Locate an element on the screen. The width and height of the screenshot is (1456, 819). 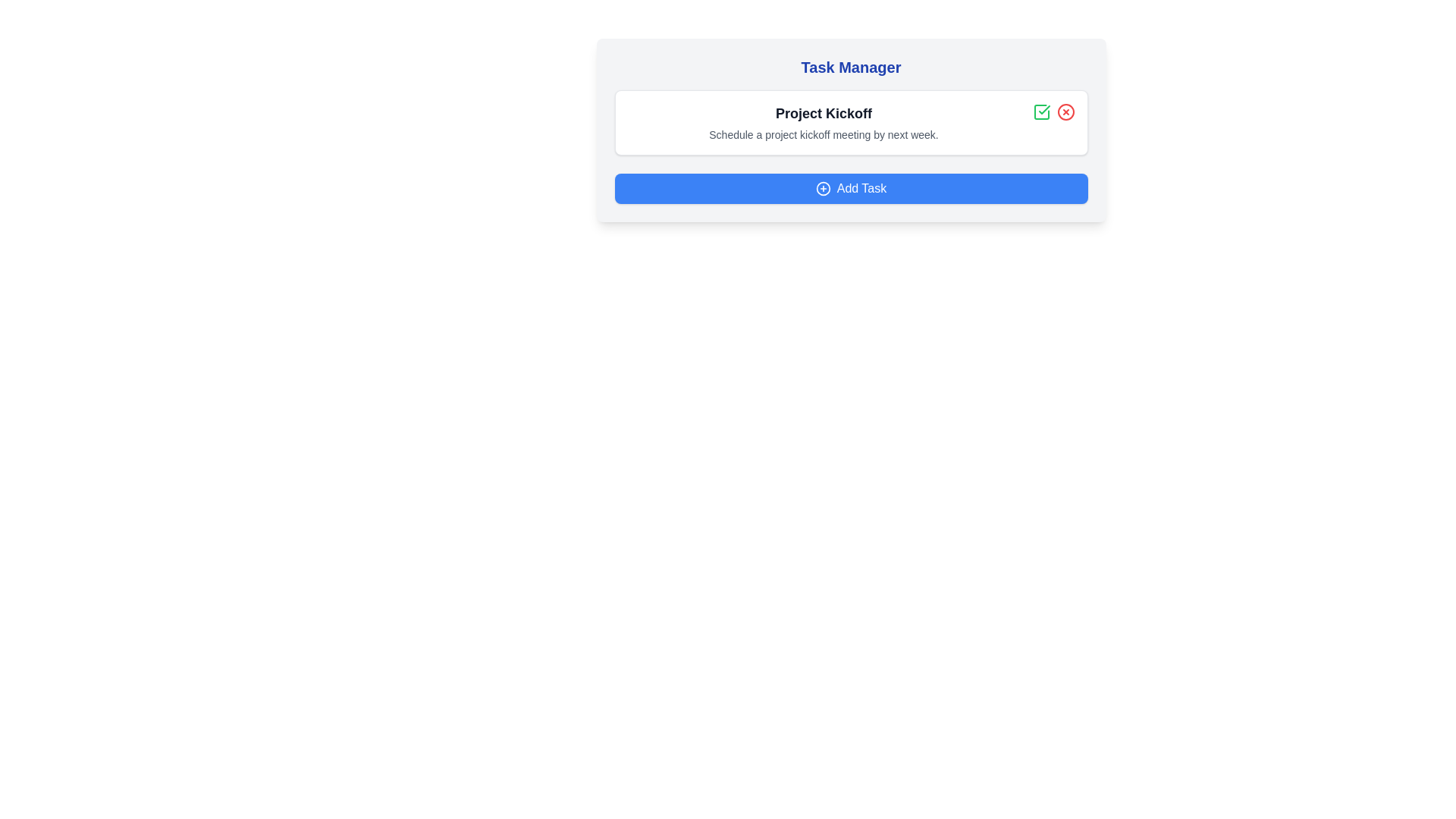
'Add Task' button to add a new task is located at coordinates (851, 188).